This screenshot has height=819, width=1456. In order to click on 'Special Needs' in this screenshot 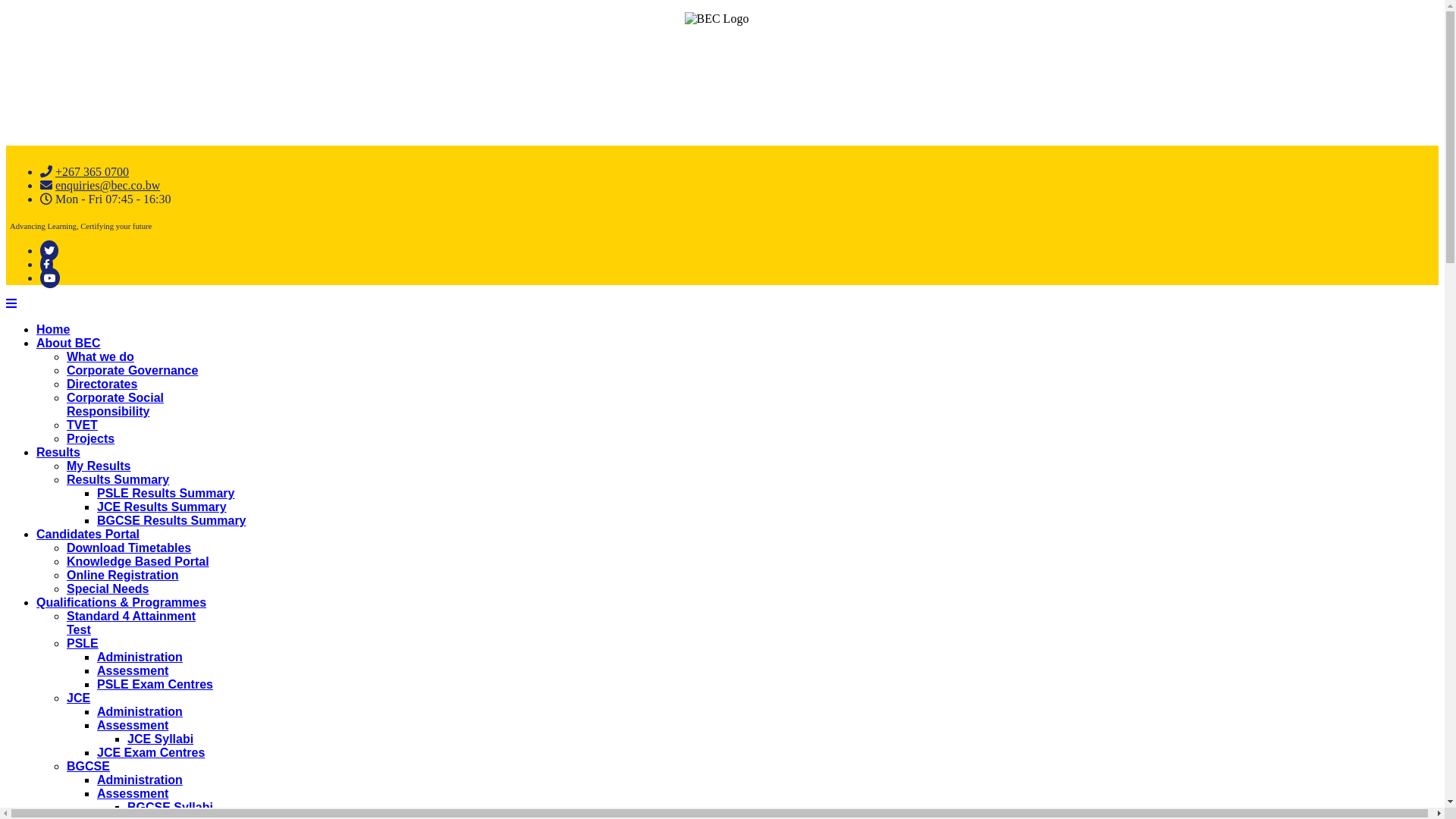, I will do `click(107, 588)`.